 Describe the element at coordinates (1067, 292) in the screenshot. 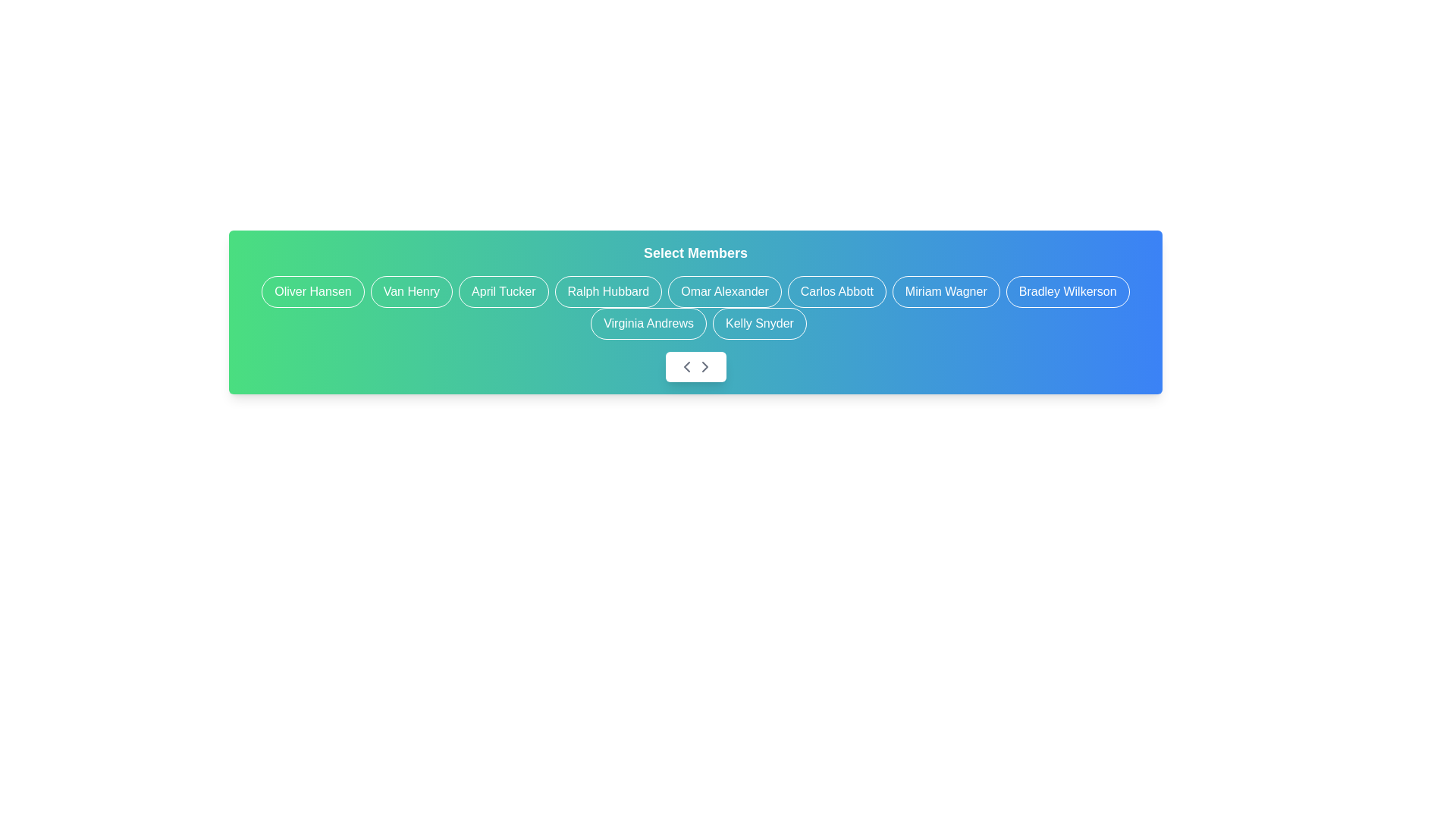

I see `the pill-shaped button labeled 'Bradley Wilkerson'` at that location.